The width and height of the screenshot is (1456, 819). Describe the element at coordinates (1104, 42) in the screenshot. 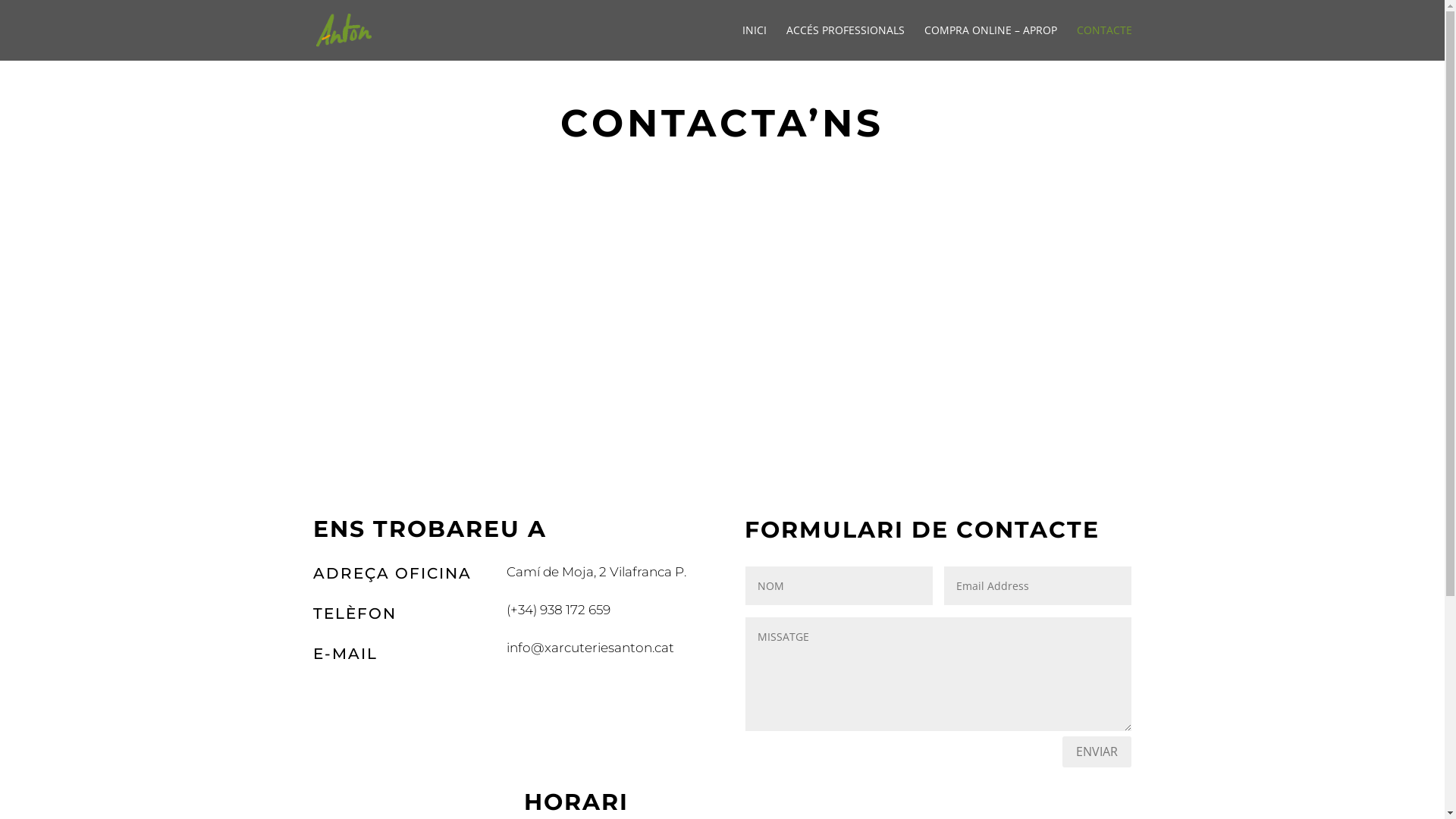

I see `'CONTACTE'` at that location.